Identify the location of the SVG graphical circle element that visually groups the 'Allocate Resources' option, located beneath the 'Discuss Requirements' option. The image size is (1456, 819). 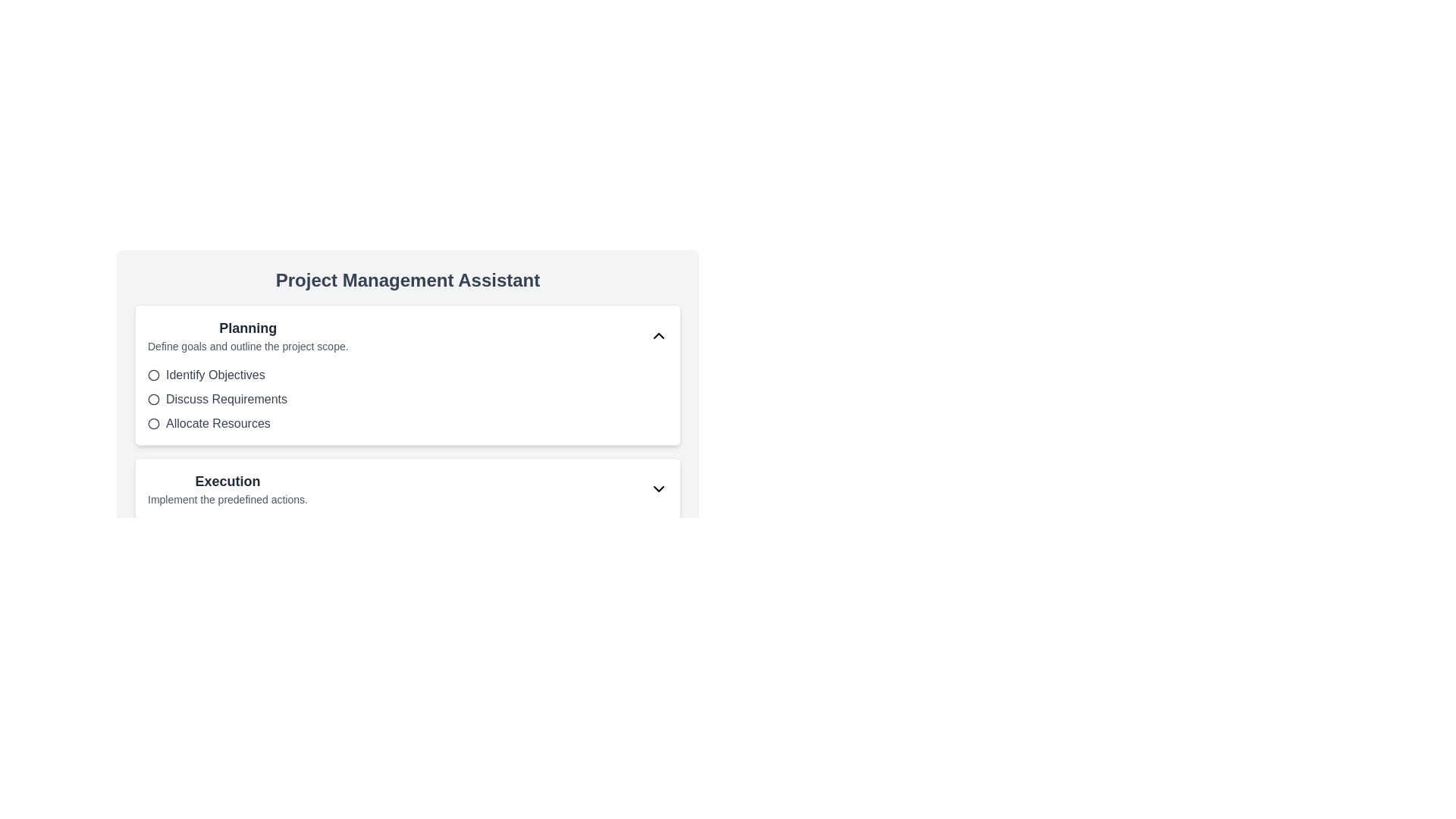
(153, 424).